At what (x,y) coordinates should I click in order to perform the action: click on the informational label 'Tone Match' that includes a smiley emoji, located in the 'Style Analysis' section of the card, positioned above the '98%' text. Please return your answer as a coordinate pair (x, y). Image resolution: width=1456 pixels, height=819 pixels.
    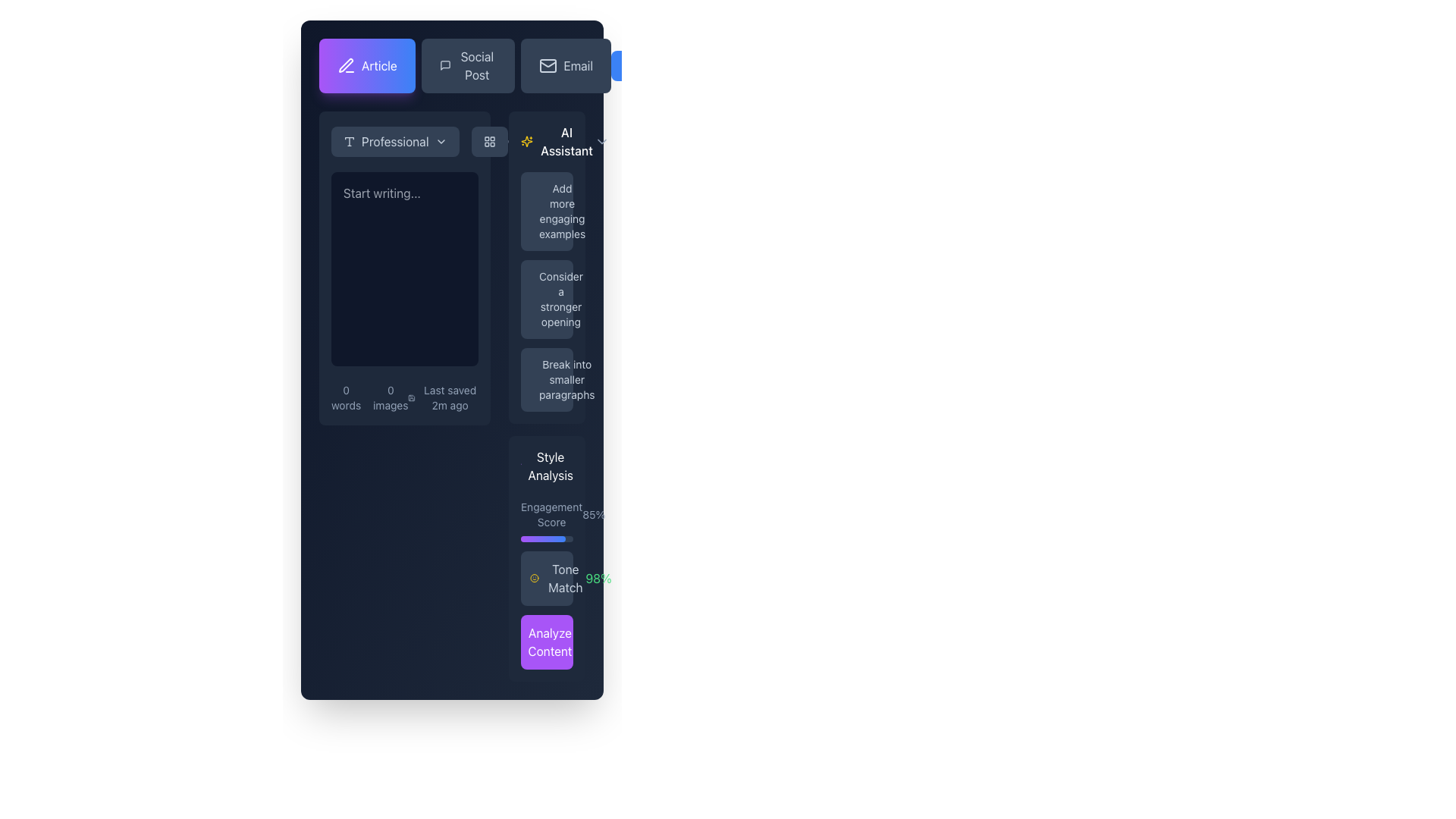
    Looking at the image, I should click on (557, 579).